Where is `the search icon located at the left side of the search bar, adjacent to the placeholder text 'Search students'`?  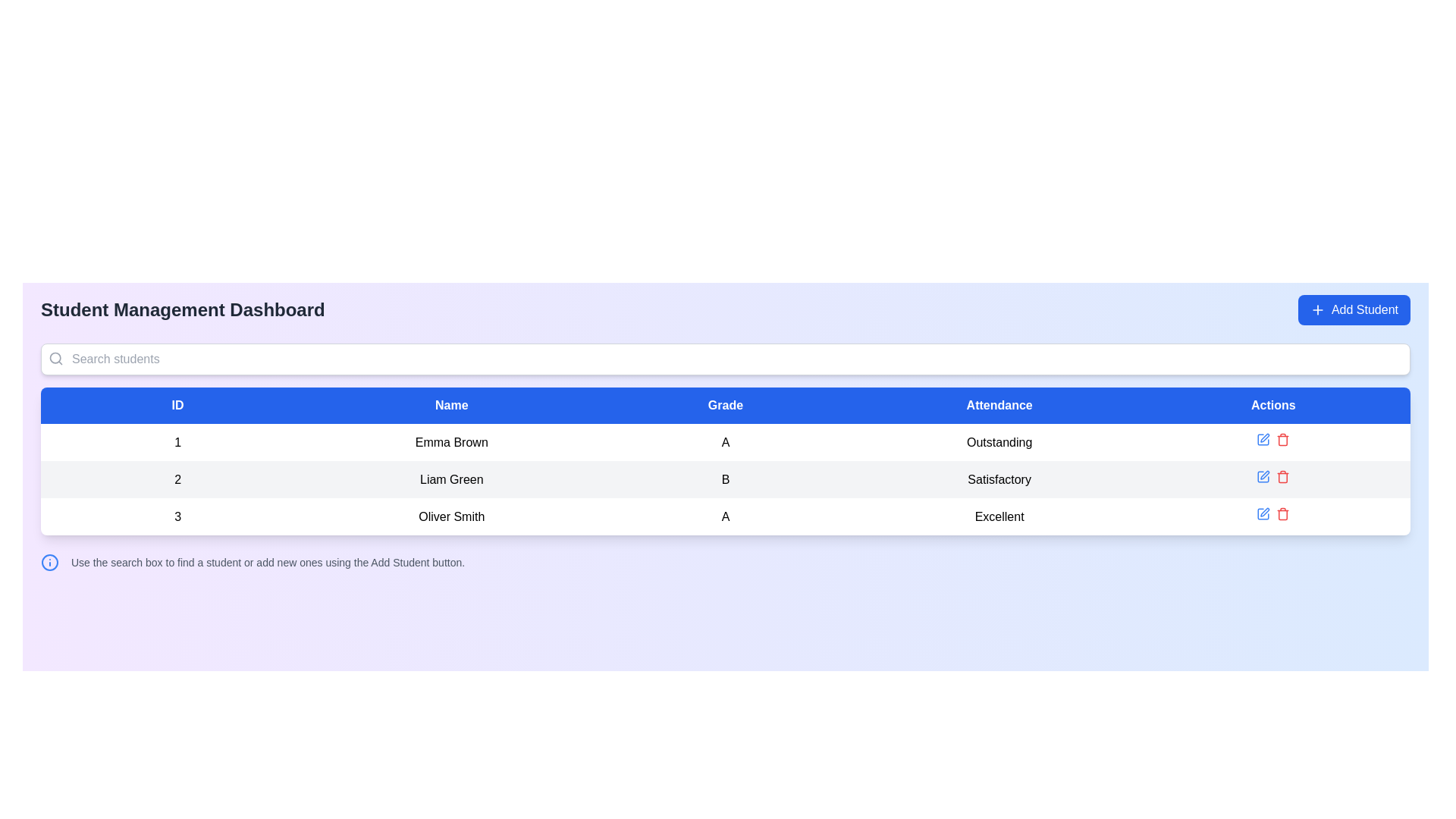
the search icon located at the left side of the search bar, adjacent to the placeholder text 'Search students' is located at coordinates (55, 359).